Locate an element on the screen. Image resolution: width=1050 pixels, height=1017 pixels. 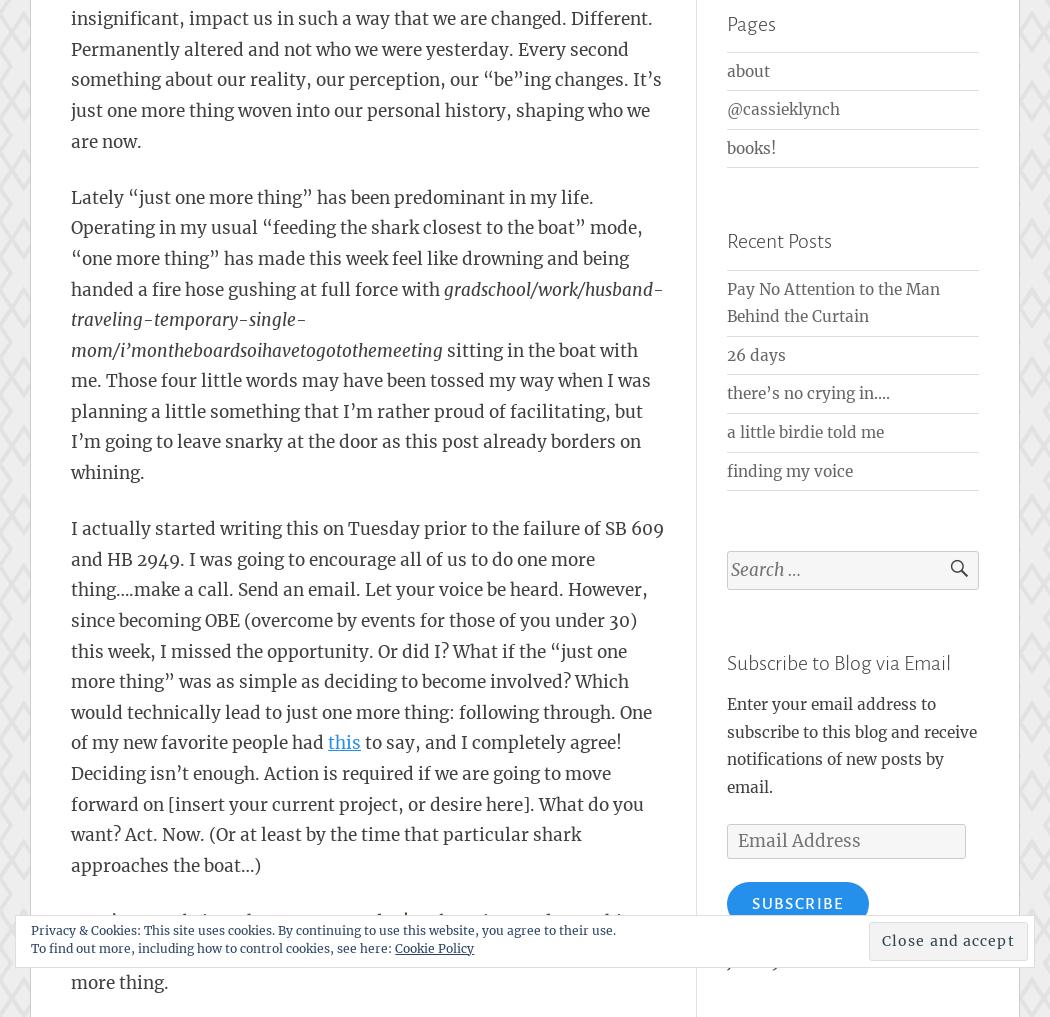
'@cassieklynch' is located at coordinates (783, 109).